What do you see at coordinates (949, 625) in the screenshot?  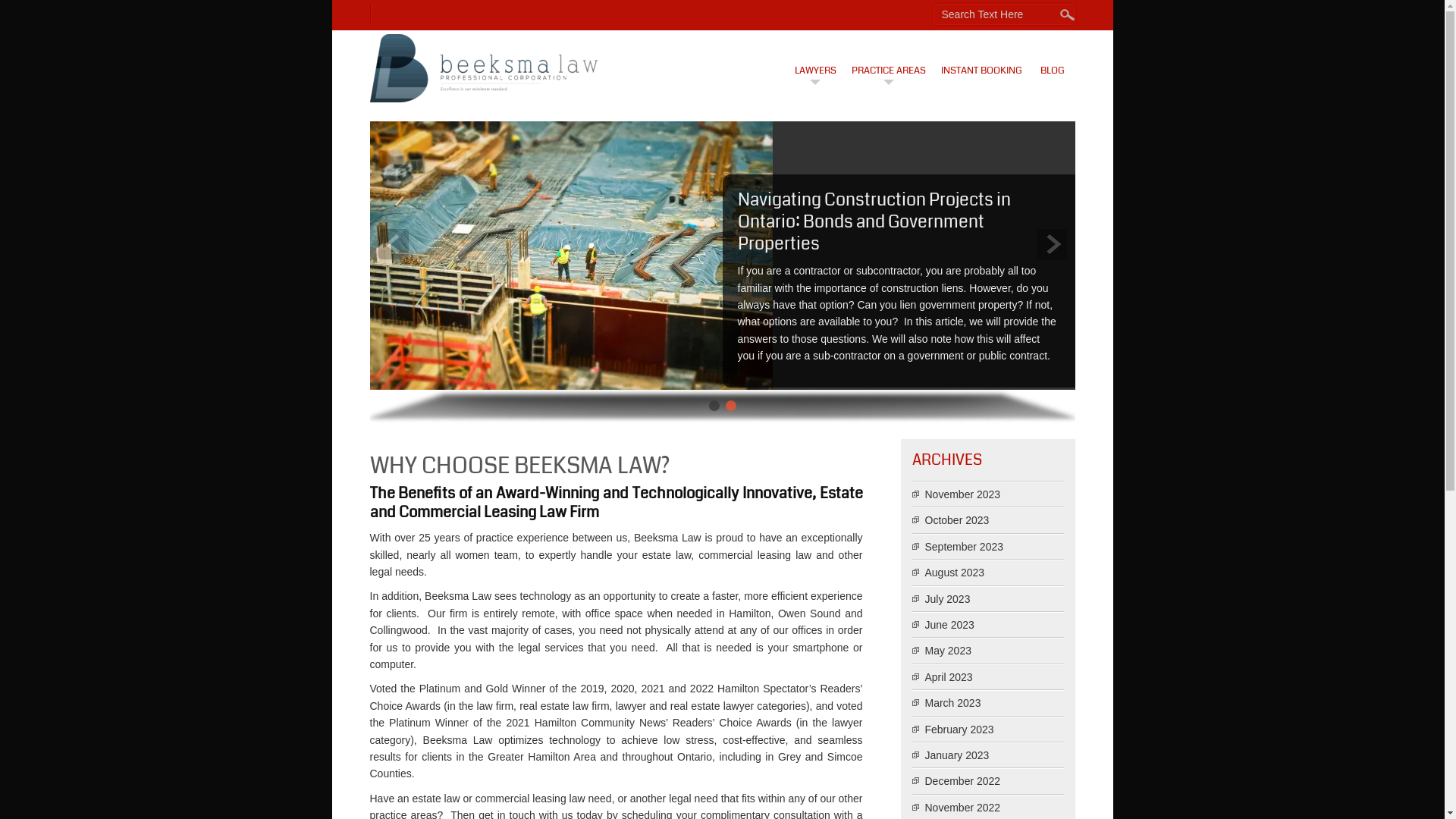 I see `'June 2023'` at bounding box center [949, 625].